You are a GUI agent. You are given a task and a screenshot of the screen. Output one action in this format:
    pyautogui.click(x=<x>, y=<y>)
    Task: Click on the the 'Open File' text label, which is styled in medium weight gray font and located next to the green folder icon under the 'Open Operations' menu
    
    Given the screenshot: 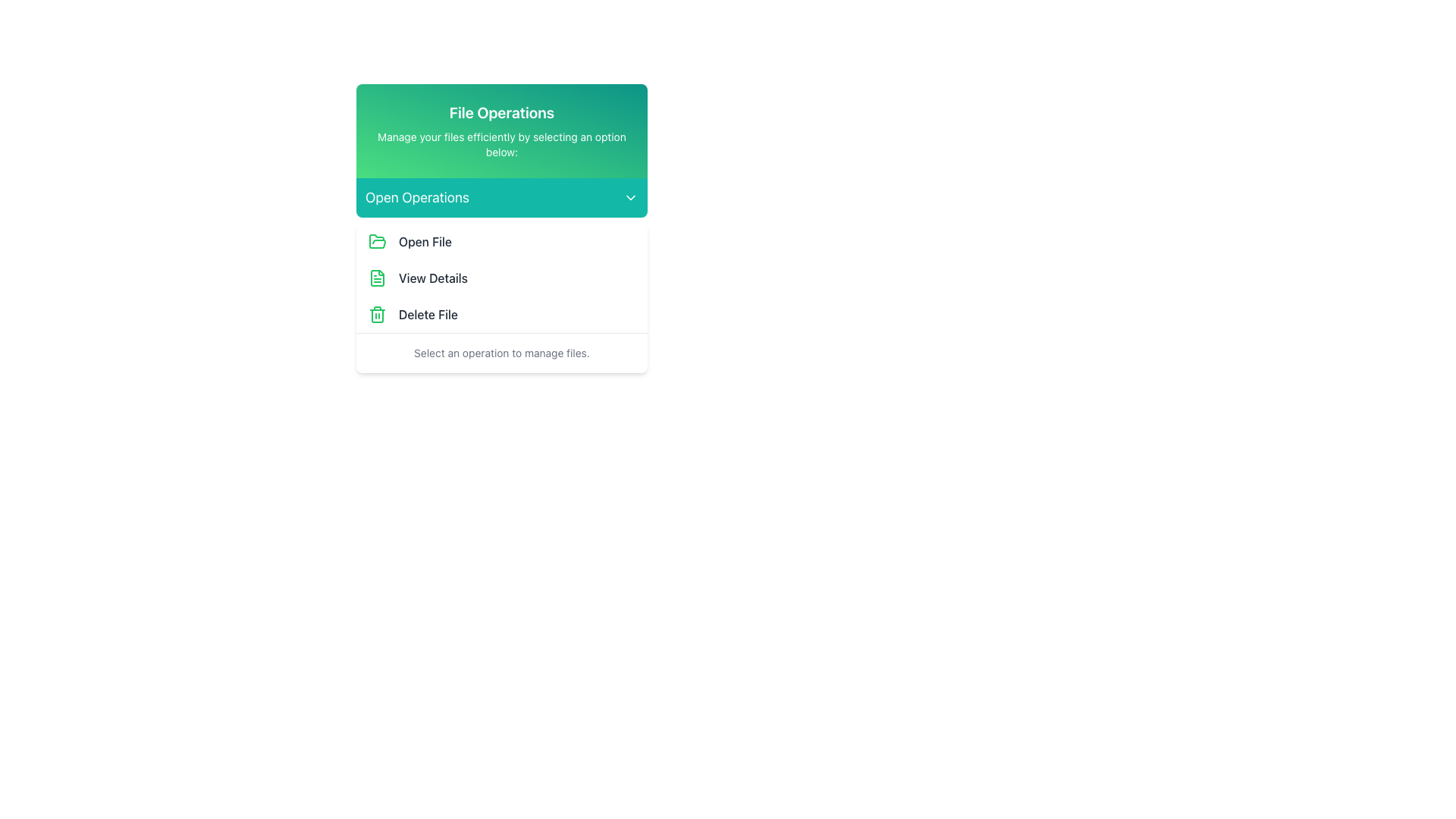 What is the action you would take?
    pyautogui.click(x=425, y=241)
    